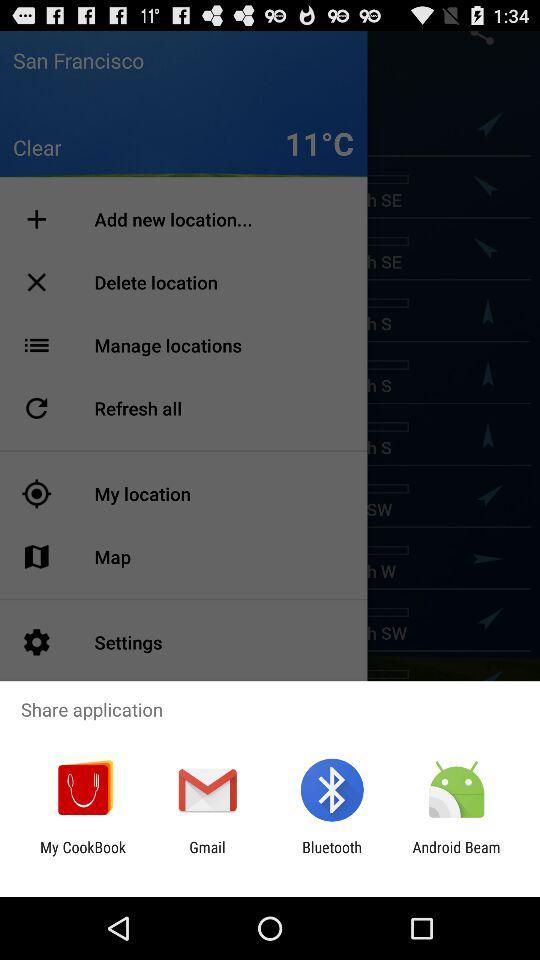  What do you see at coordinates (332, 855) in the screenshot?
I see `app to the left of android beam app` at bounding box center [332, 855].